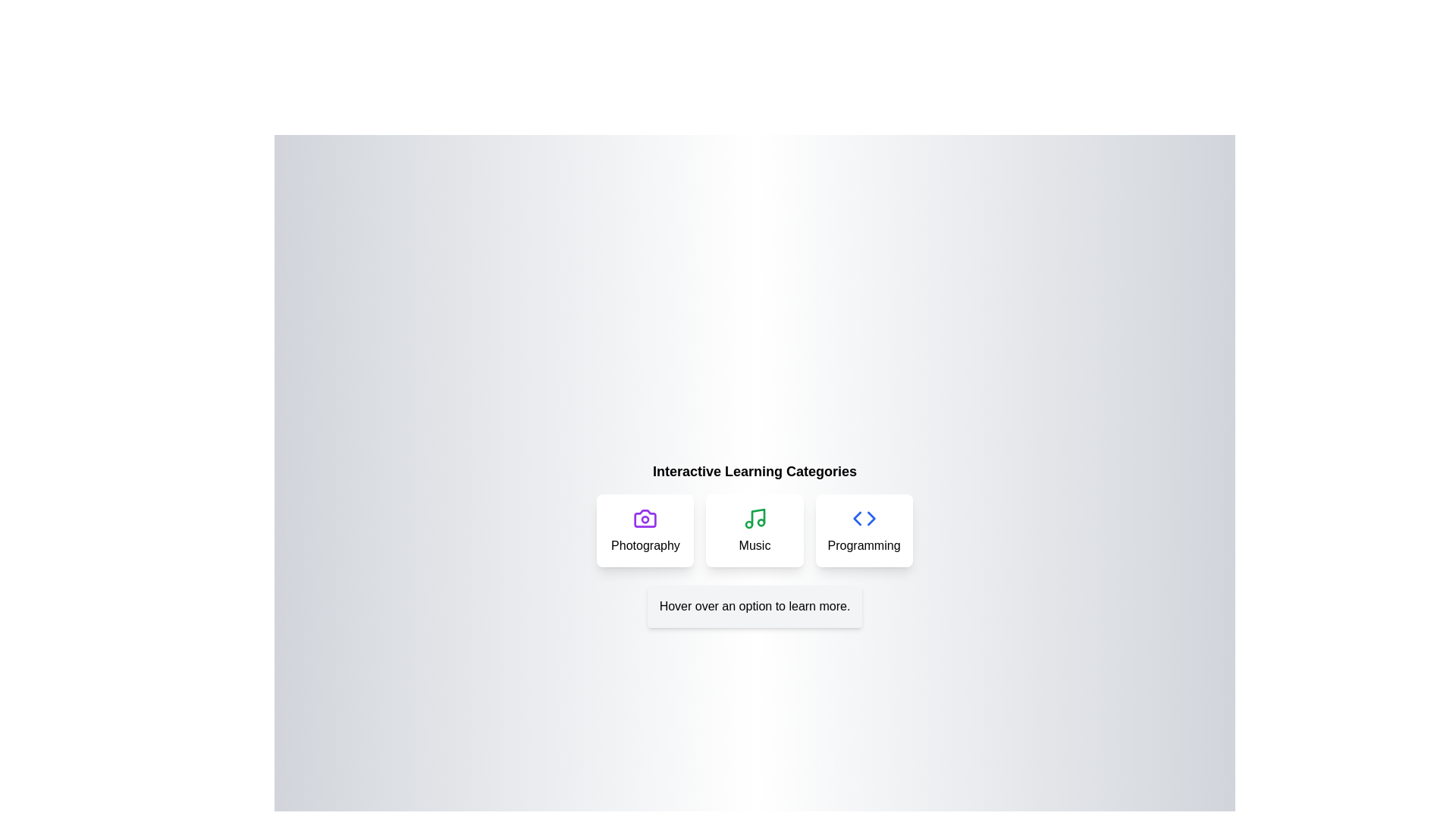 The height and width of the screenshot is (819, 1456). Describe the element at coordinates (864, 529) in the screenshot. I see `the rightmost card in the grid of three cards, which represents the 'Programming' category` at that location.